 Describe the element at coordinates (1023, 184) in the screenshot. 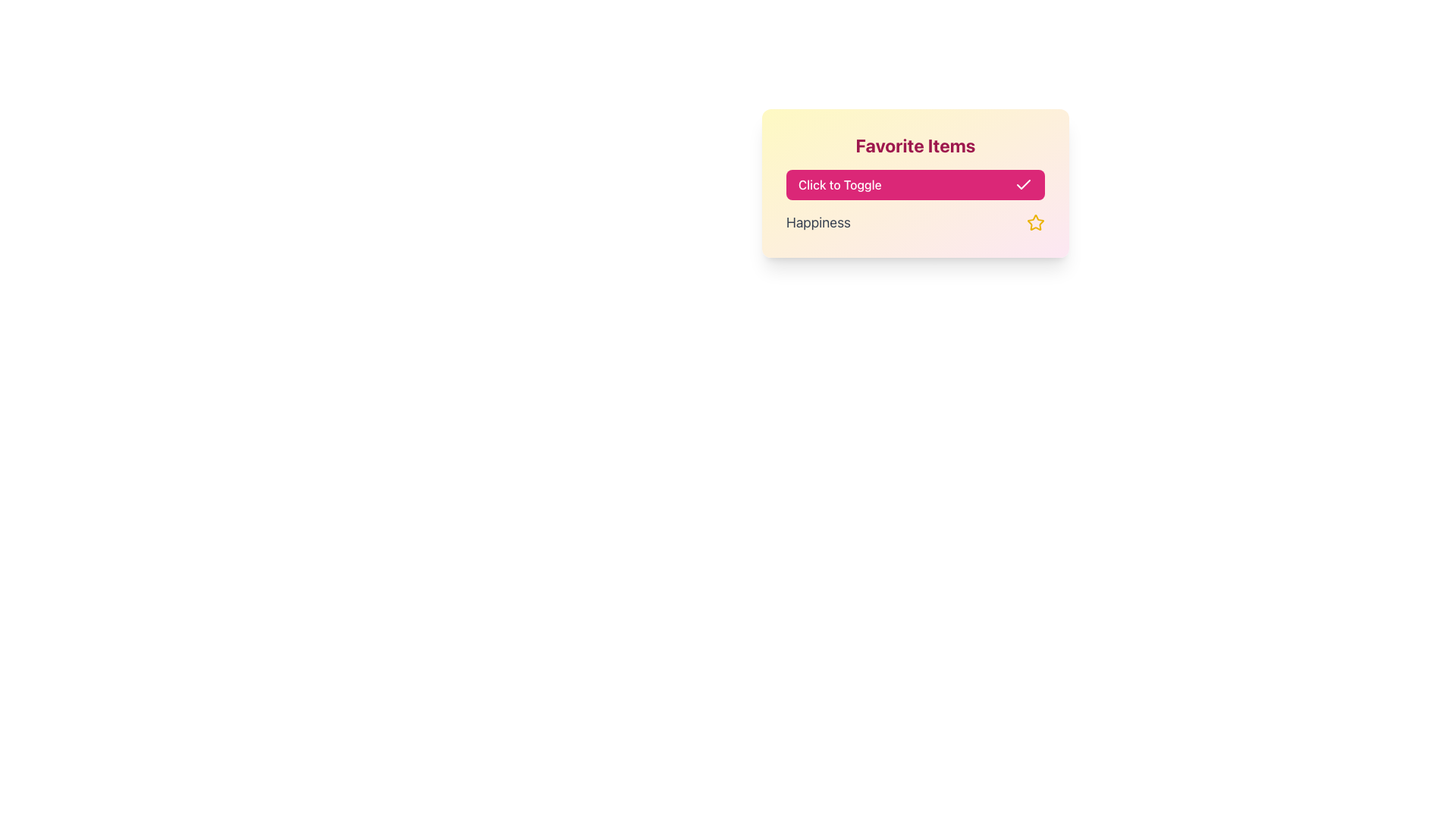

I see `the confirmation icon located to the right of the 'Click` at that location.